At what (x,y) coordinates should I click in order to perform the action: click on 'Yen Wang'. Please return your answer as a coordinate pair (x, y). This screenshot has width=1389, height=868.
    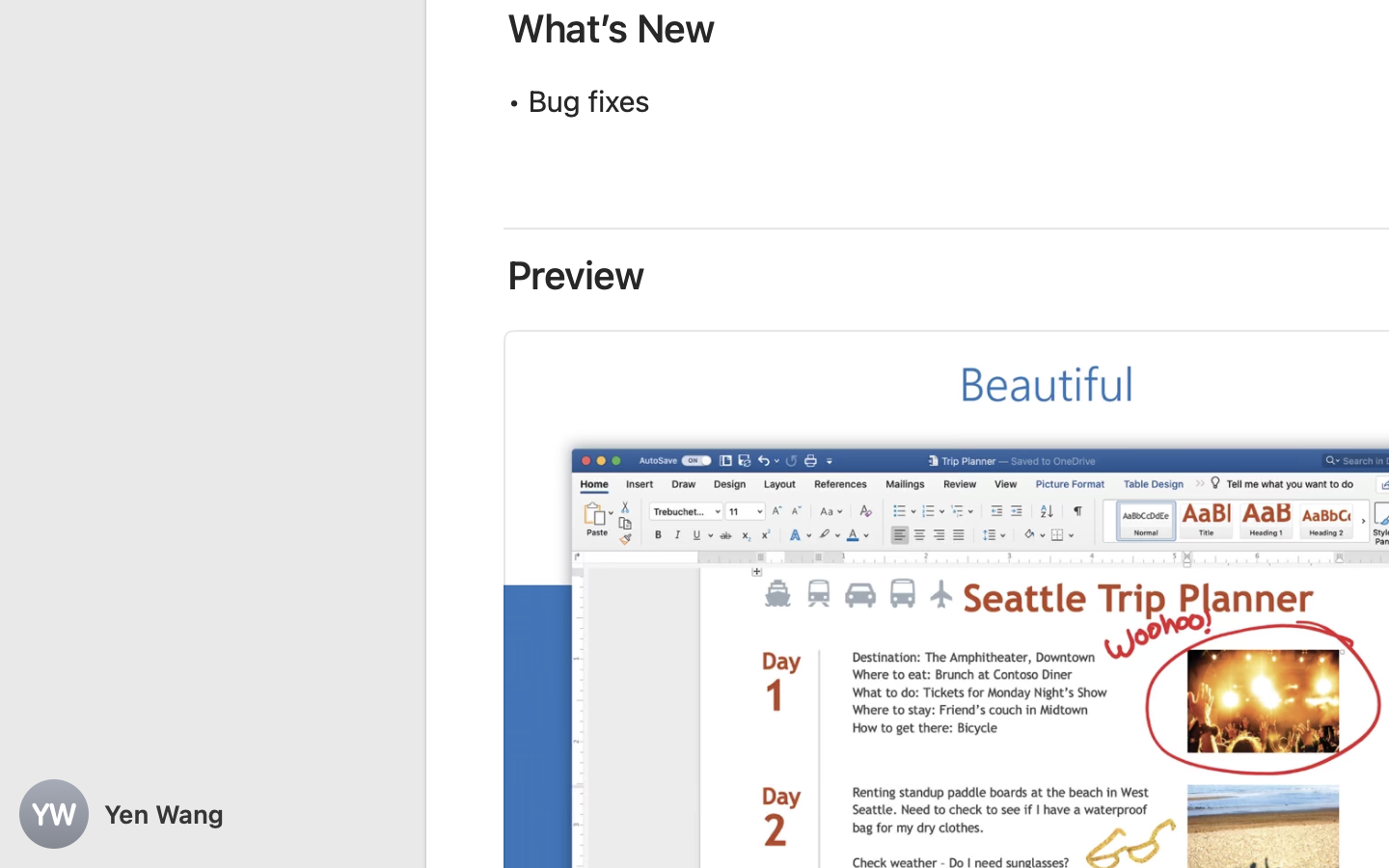
    Looking at the image, I should click on (212, 814).